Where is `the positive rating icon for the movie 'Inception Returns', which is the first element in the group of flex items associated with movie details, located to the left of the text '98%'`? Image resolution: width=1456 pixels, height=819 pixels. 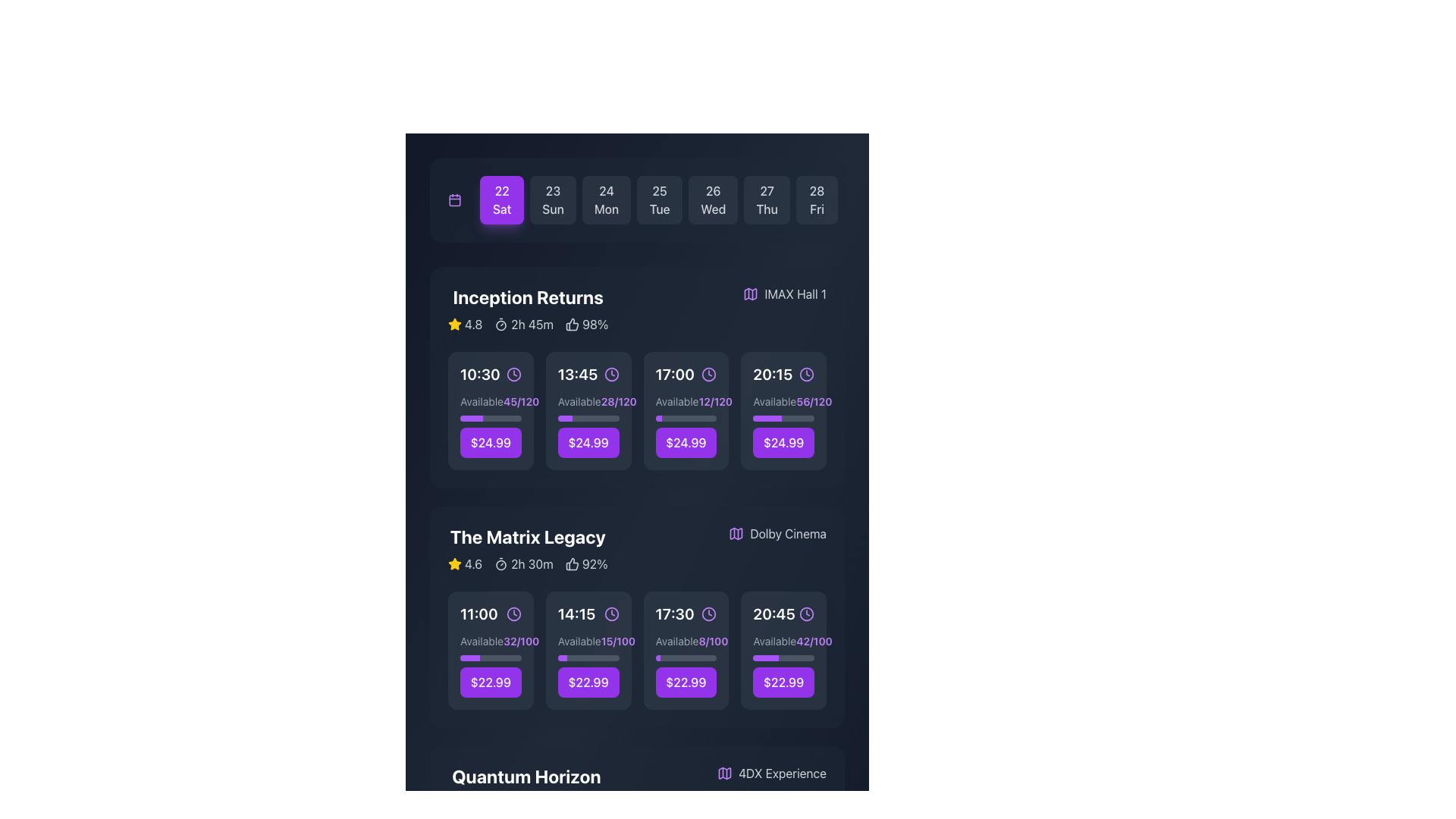
the positive rating icon for the movie 'Inception Returns', which is the first element in the group of flex items associated with movie details, located to the left of the text '98%' is located at coordinates (572, 324).